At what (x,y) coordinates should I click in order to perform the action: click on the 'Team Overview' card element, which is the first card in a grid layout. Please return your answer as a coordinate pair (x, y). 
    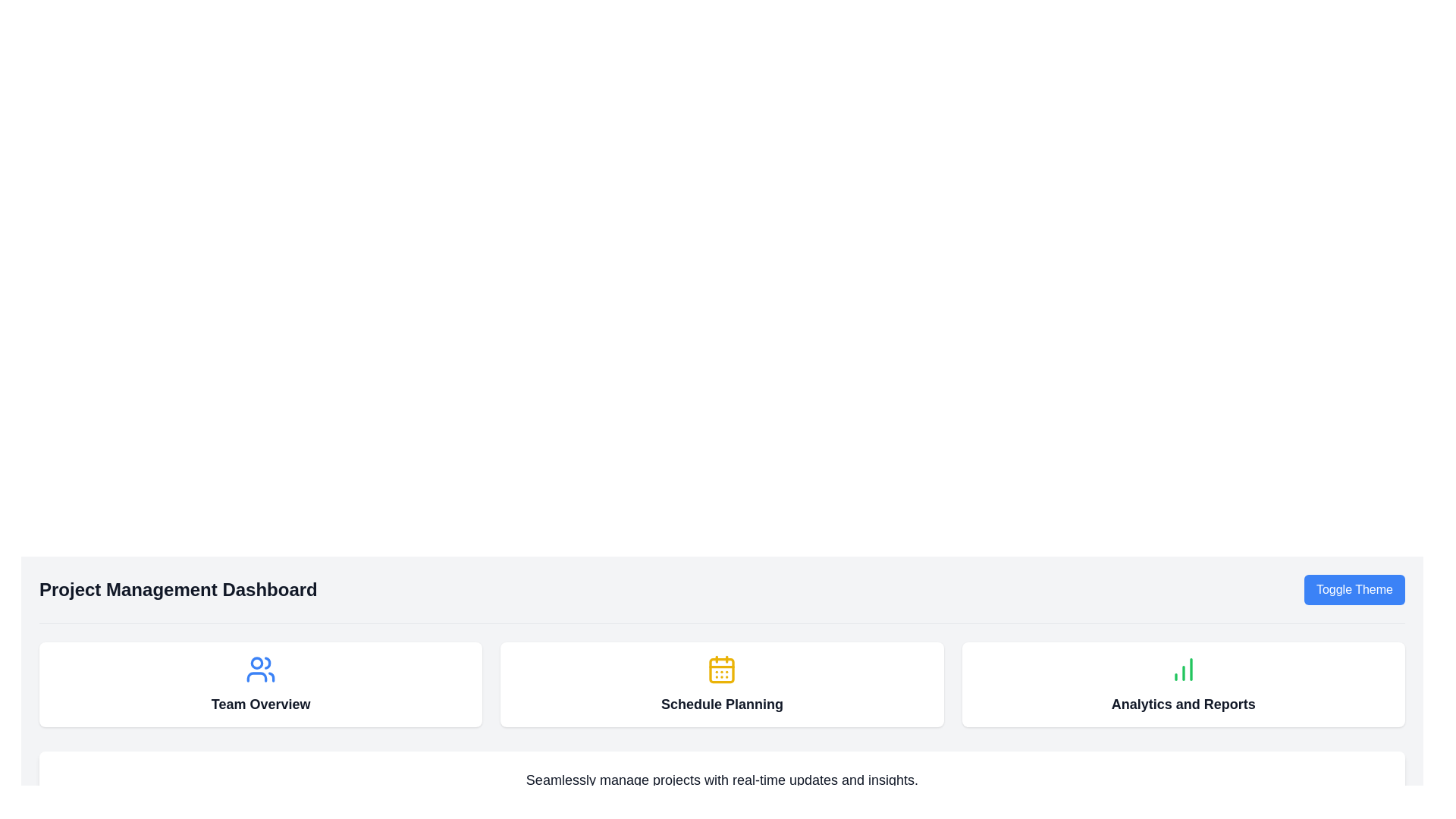
    Looking at the image, I should click on (261, 684).